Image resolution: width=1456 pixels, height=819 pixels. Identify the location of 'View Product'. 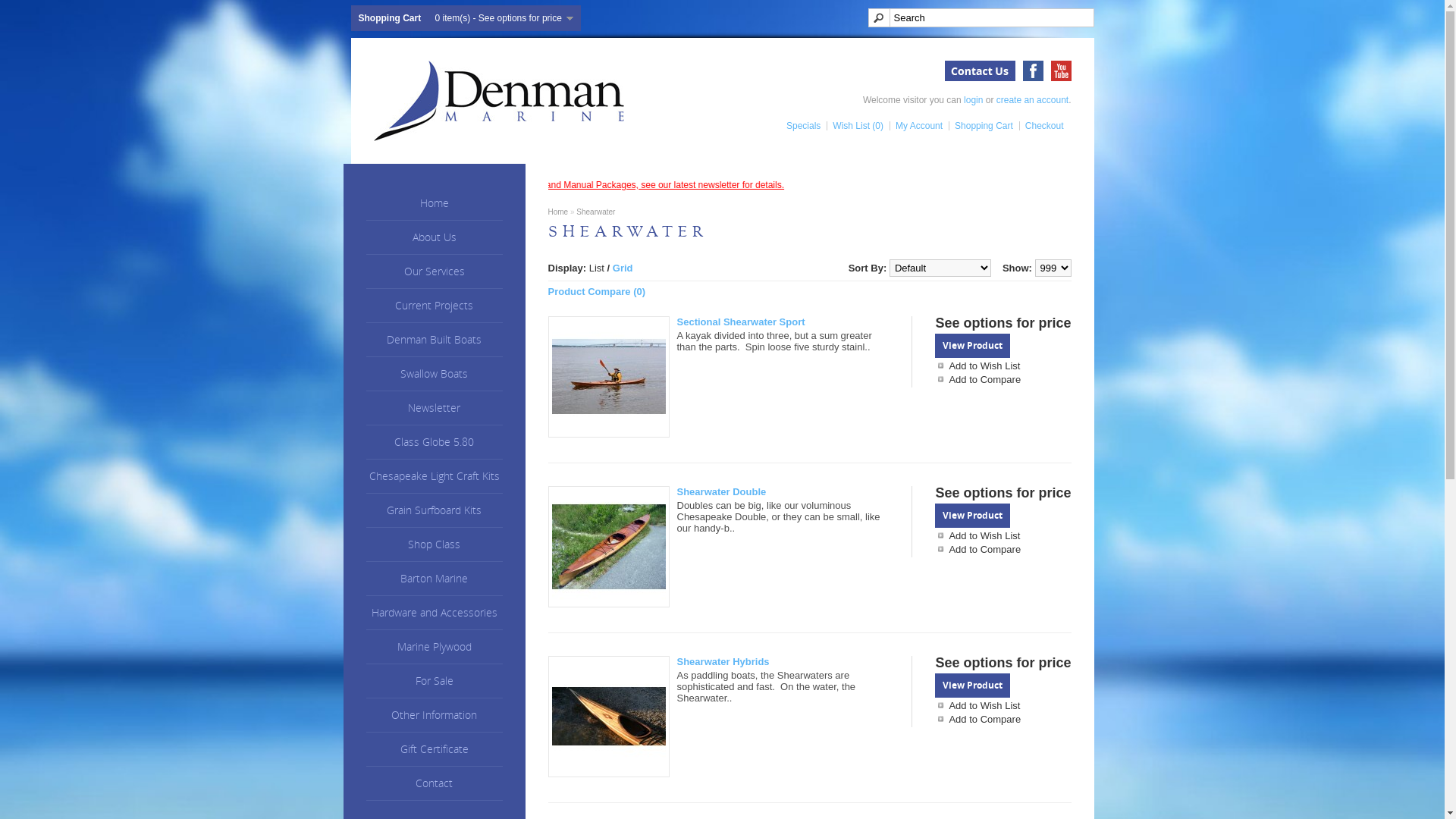
(972, 685).